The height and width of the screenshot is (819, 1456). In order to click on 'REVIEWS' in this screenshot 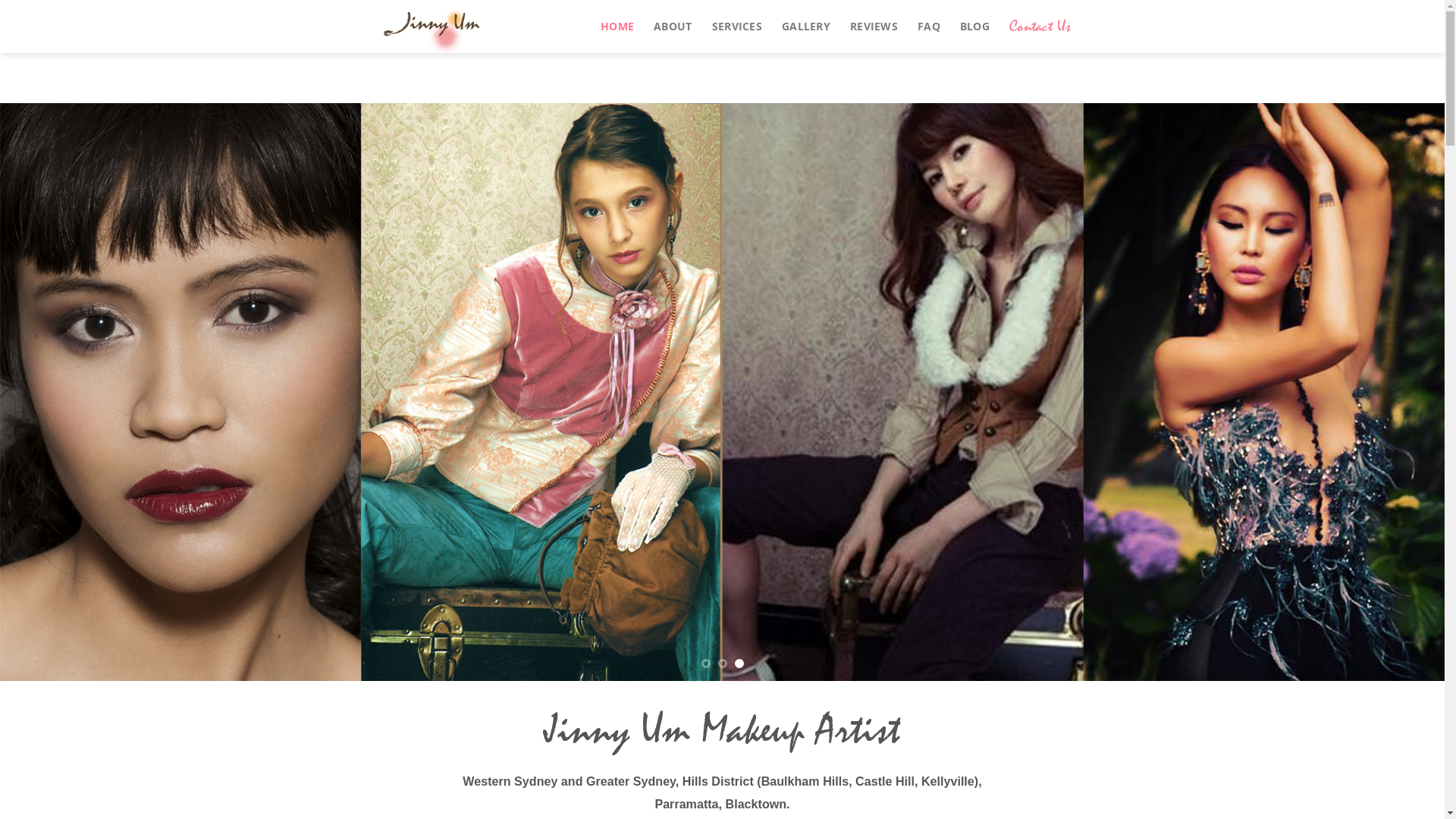, I will do `click(874, 26)`.